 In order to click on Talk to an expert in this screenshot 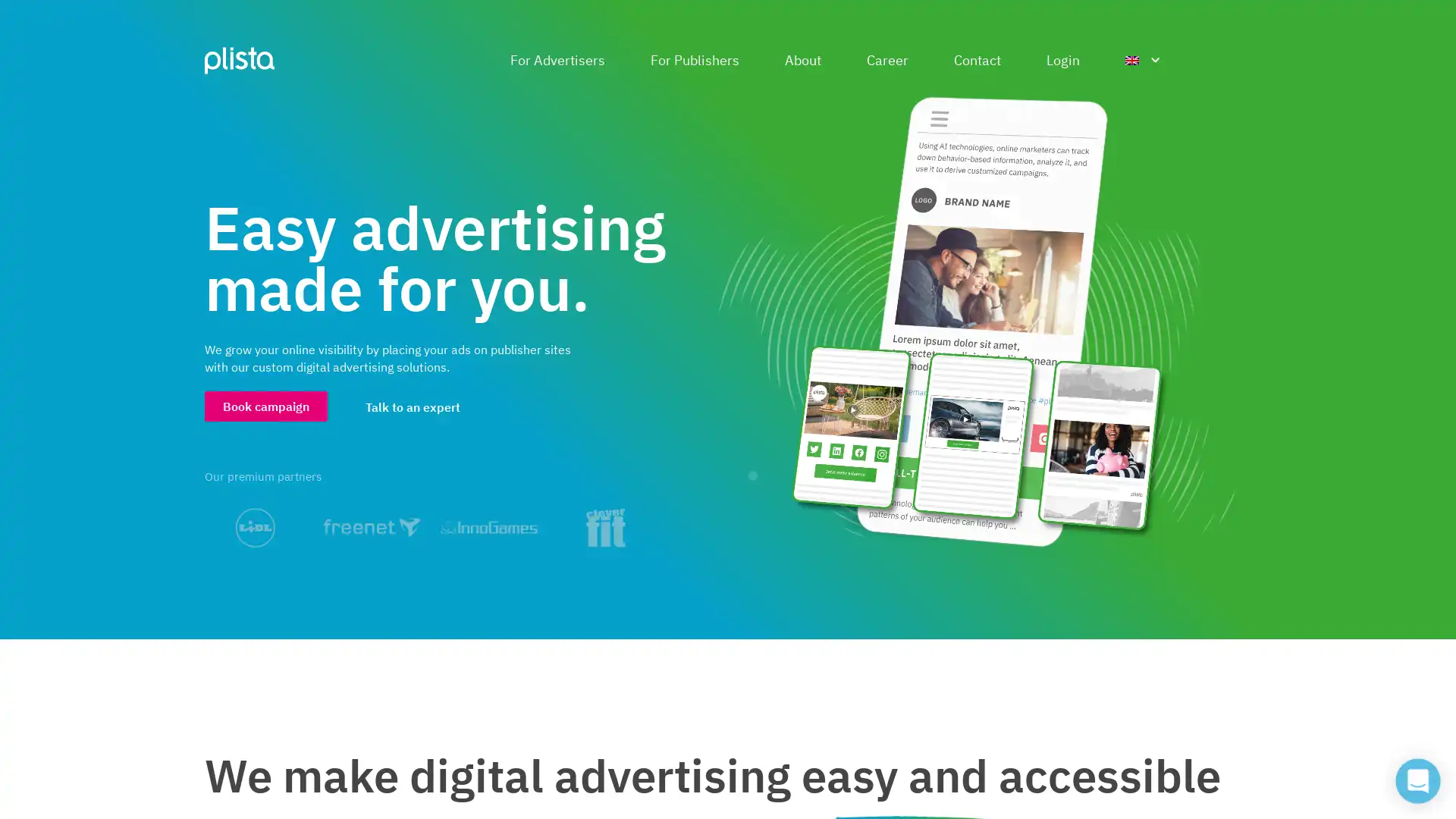, I will do `click(413, 406)`.